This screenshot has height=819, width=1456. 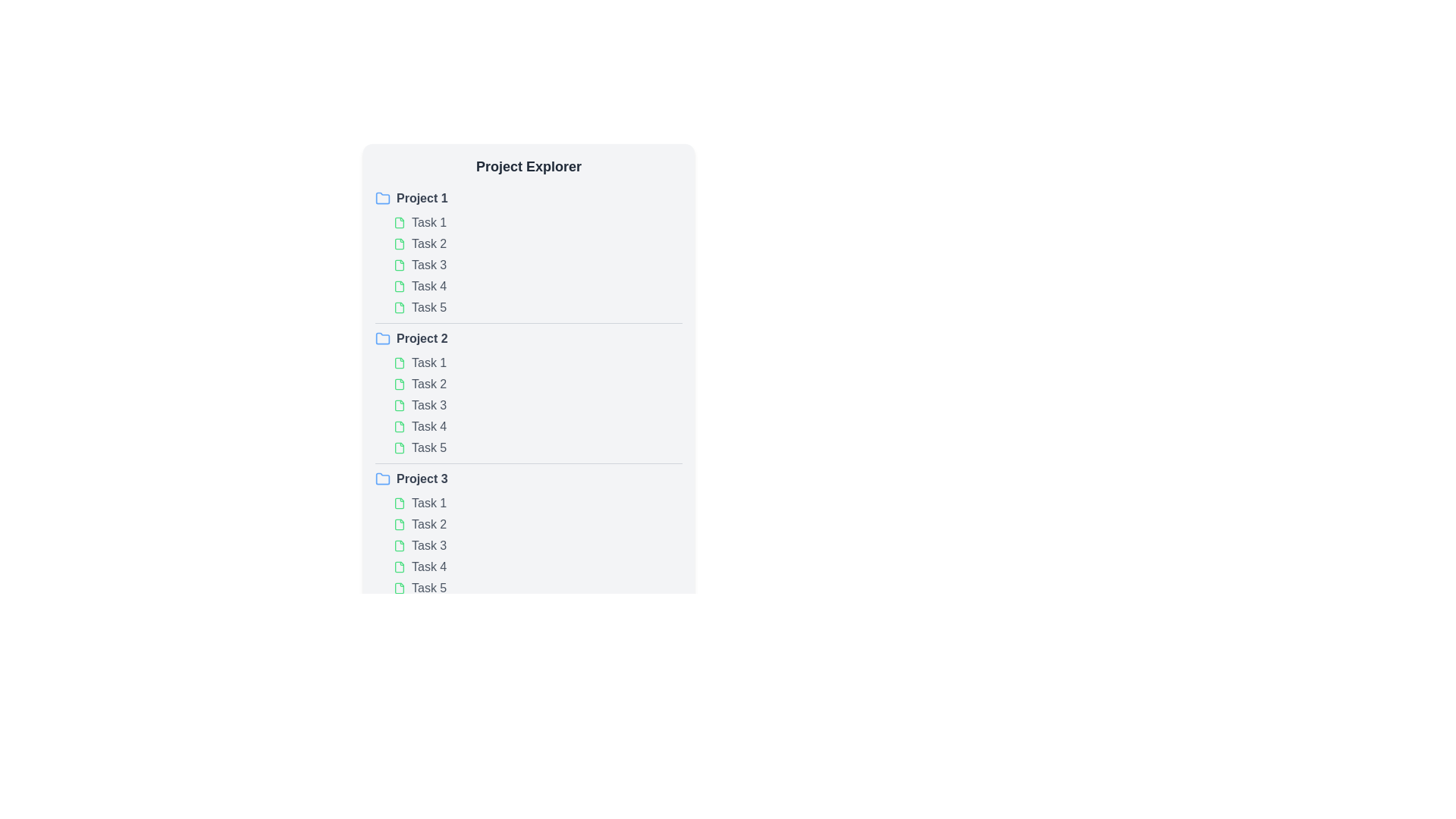 I want to click on the text label for 'Project 1', which is located to the right of the blue folder icon in the 'Project Explorer' section, so click(x=422, y=198).